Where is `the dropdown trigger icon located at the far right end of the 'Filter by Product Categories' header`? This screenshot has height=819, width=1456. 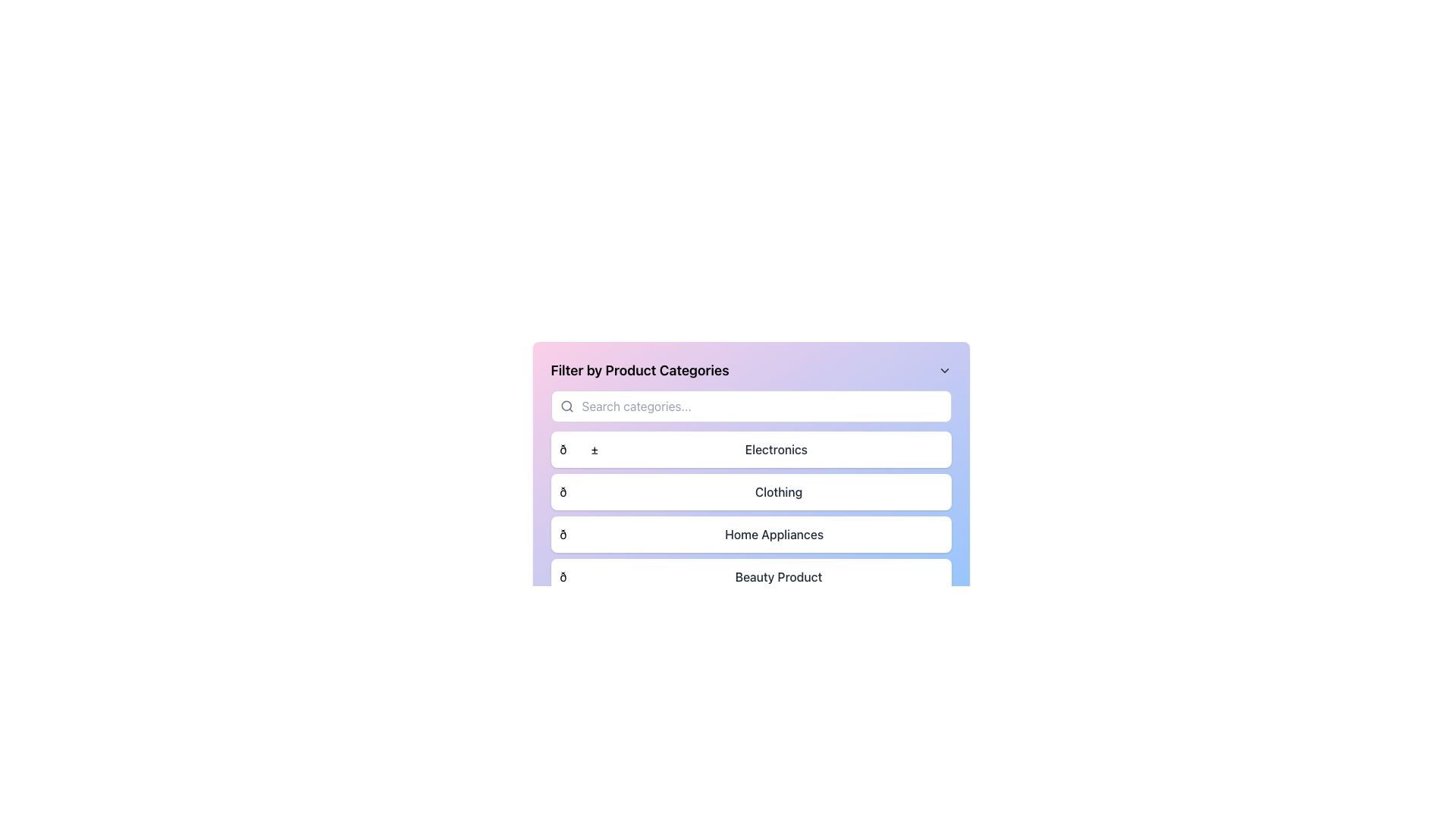 the dropdown trigger icon located at the far right end of the 'Filter by Product Categories' header is located at coordinates (943, 371).